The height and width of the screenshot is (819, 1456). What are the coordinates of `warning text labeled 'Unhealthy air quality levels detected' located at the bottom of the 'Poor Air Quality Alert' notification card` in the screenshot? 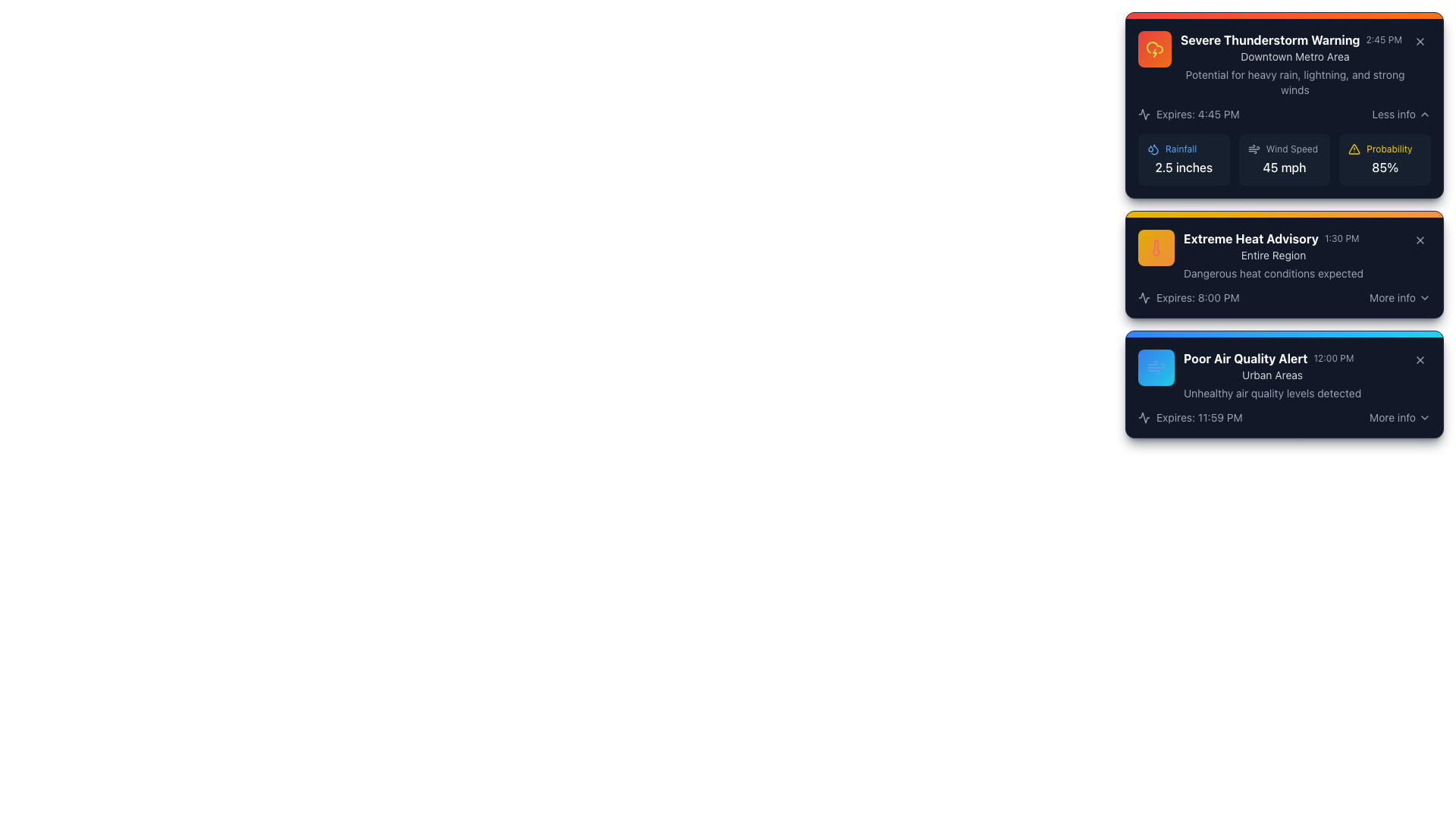 It's located at (1272, 393).